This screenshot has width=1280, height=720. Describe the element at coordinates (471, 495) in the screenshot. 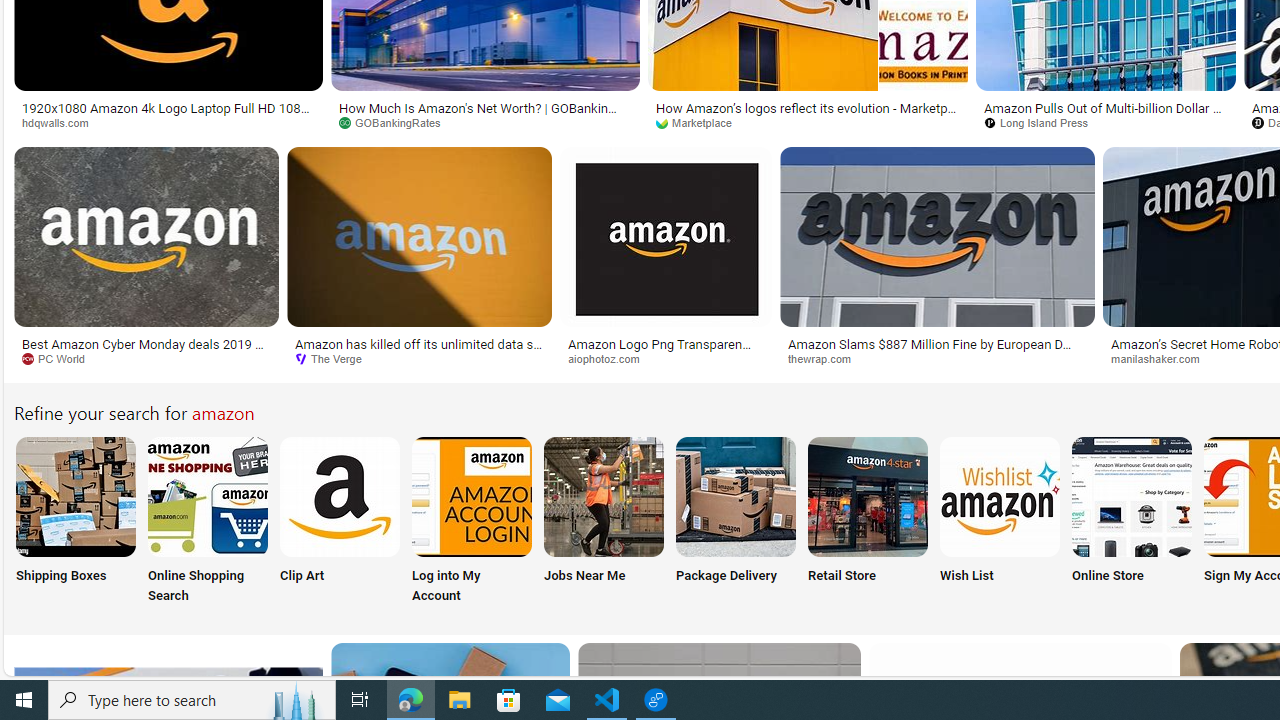

I see `'Amazon Log into My Account'` at that location.